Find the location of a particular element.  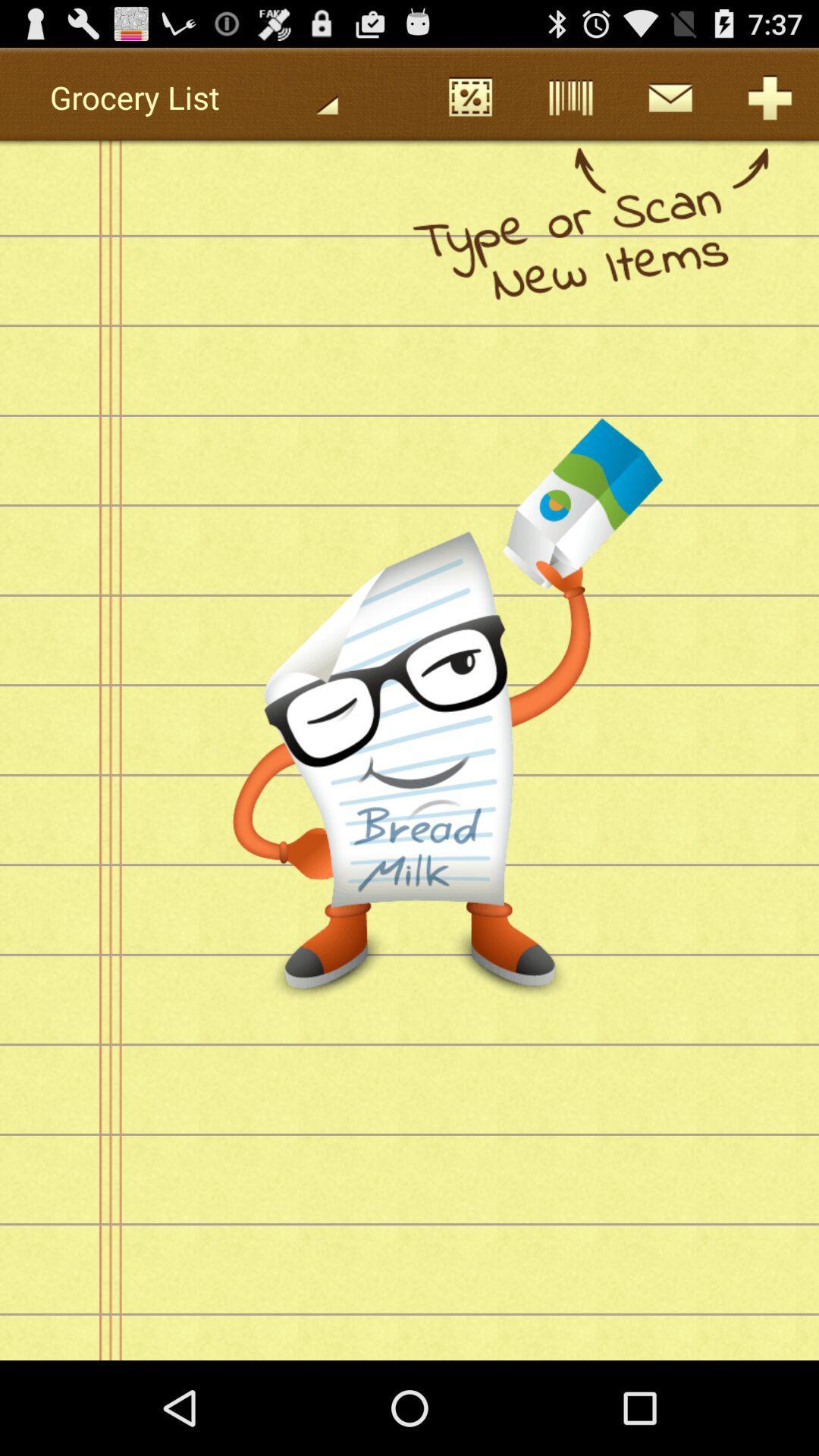

the add icon is located at coordinates (769, 103).